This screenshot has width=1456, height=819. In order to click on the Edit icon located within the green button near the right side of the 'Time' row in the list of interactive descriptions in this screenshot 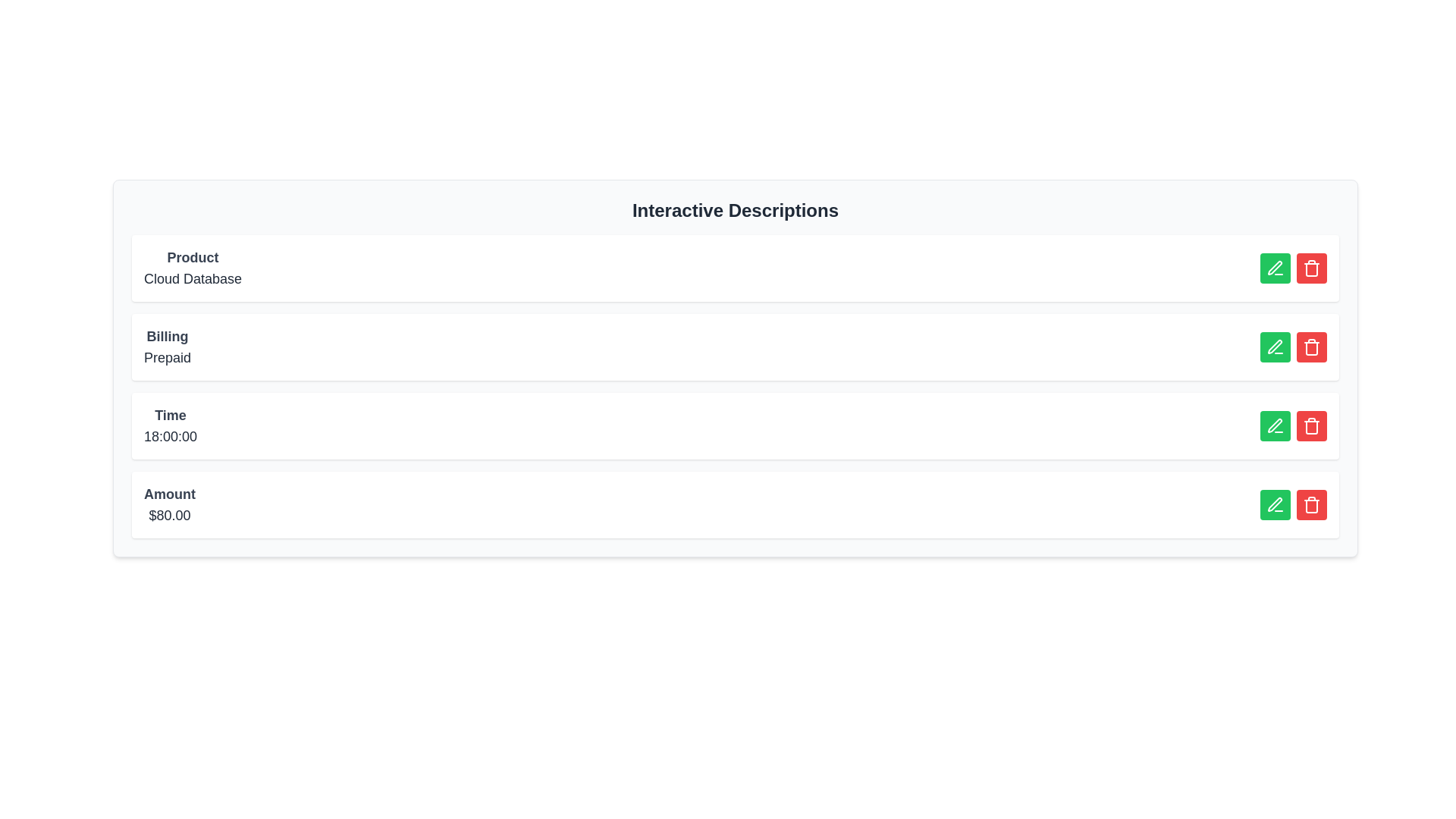, I will do `click(1274, 425)`.